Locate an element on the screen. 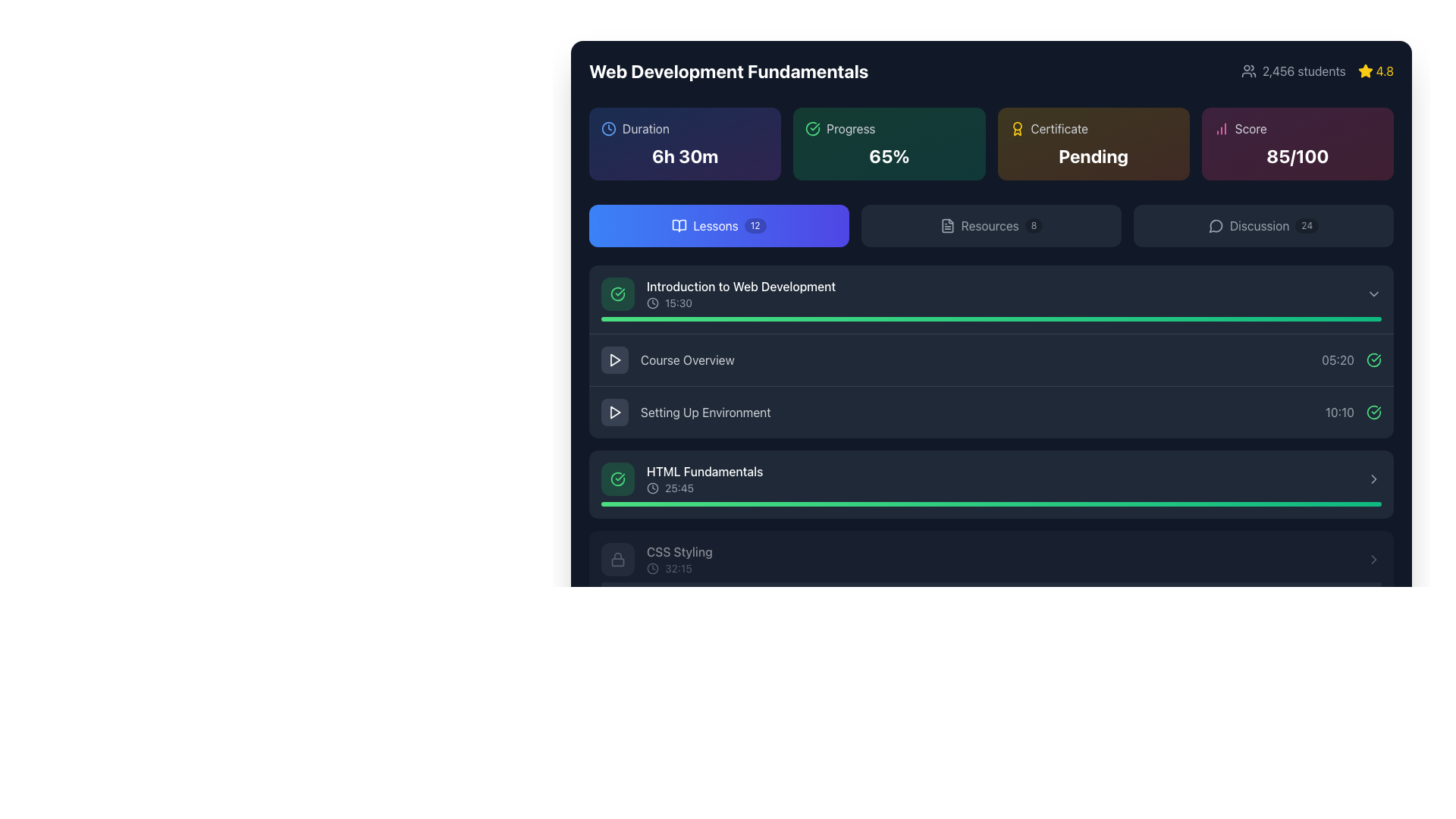 This screenshot has height=819, width=1456. the button with an icon and badge text located at the top-right portion of the module, which is the rightmost button in a row of three buttons under the course overview section is located at coordinates (1263, 225).